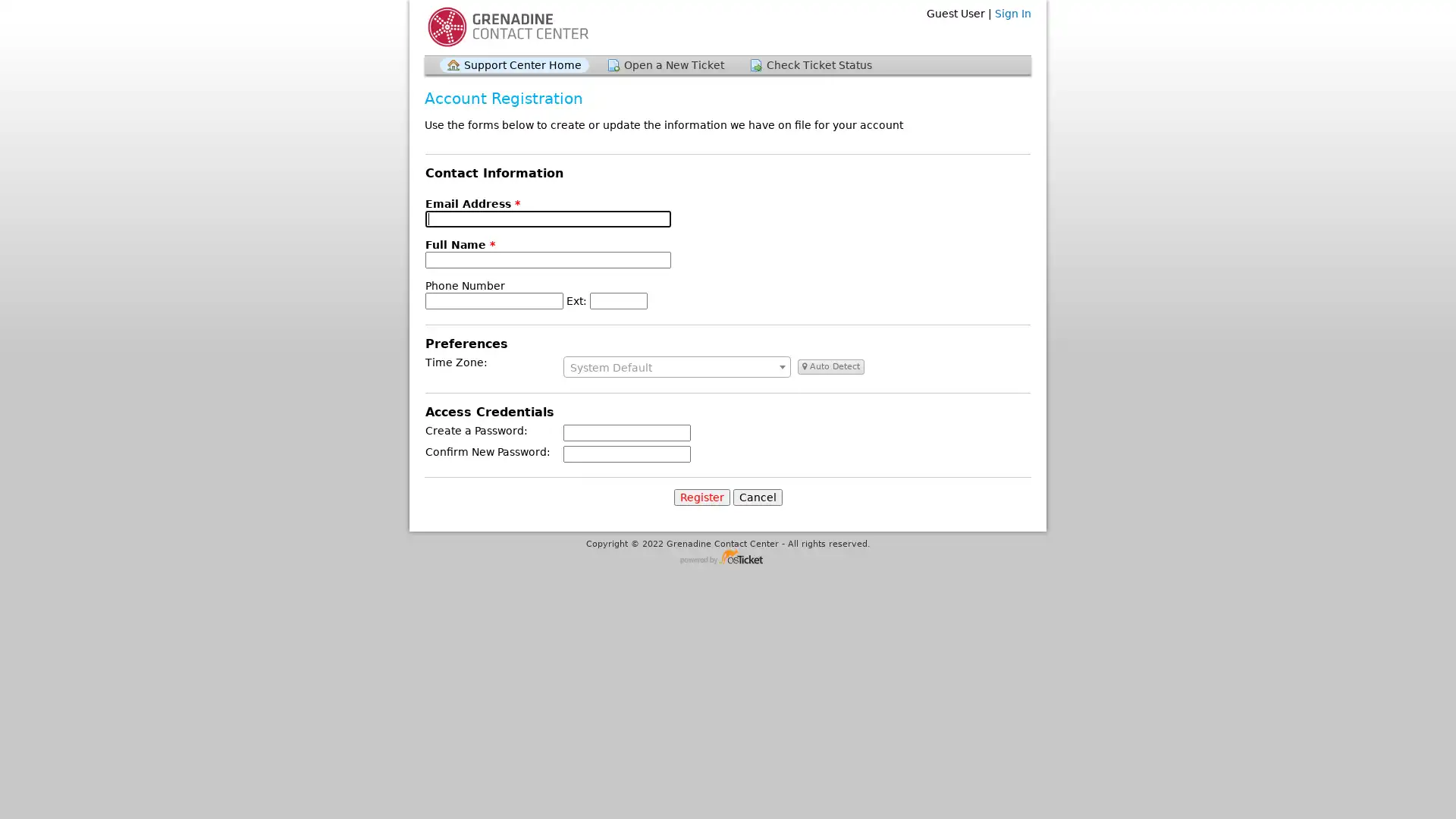  What do you see at coordinates (757, 497) in the screenshot?
I see `Cancel` at bounding box center [757, 497].